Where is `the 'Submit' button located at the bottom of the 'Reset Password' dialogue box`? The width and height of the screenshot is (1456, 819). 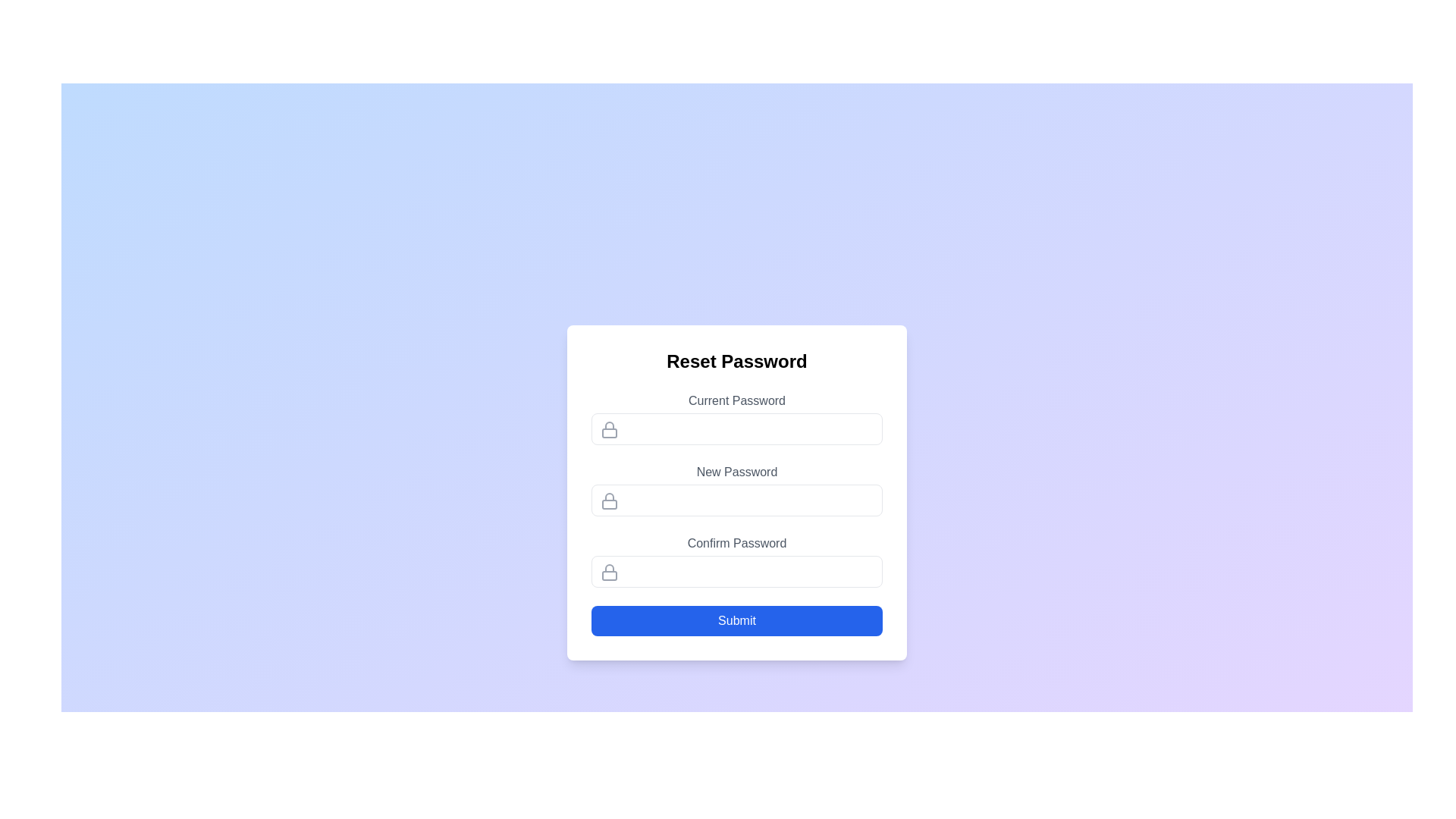
the 'Submit' button located at the bottom of the 'Reset Password' dialogue box is located at coordinates (736, 620).